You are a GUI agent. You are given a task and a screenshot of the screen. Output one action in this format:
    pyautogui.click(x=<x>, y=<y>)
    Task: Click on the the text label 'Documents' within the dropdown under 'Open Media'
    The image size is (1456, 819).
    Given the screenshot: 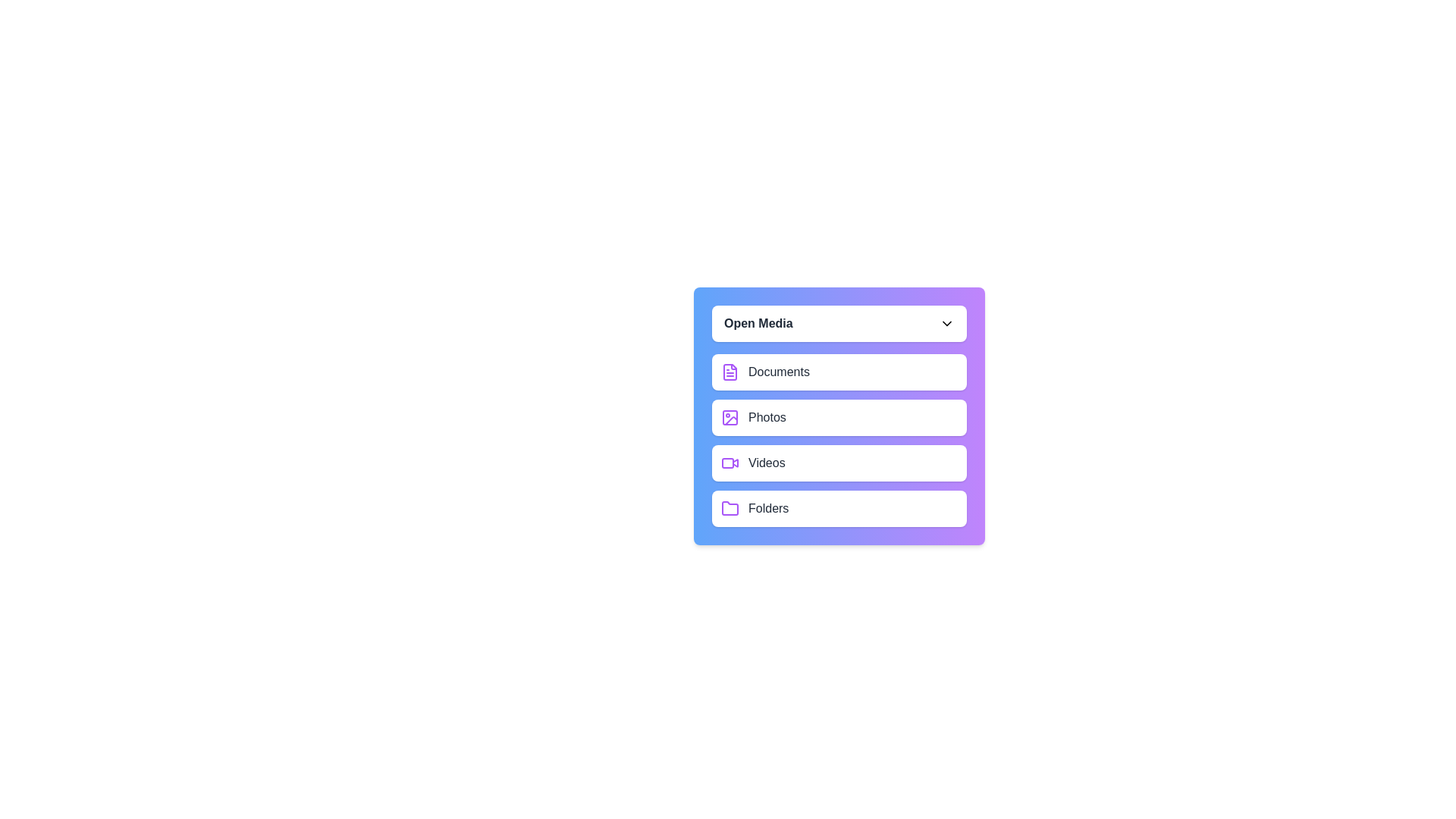 What is the action you would take?
    pyautogui.click(x=779, y=372)
    